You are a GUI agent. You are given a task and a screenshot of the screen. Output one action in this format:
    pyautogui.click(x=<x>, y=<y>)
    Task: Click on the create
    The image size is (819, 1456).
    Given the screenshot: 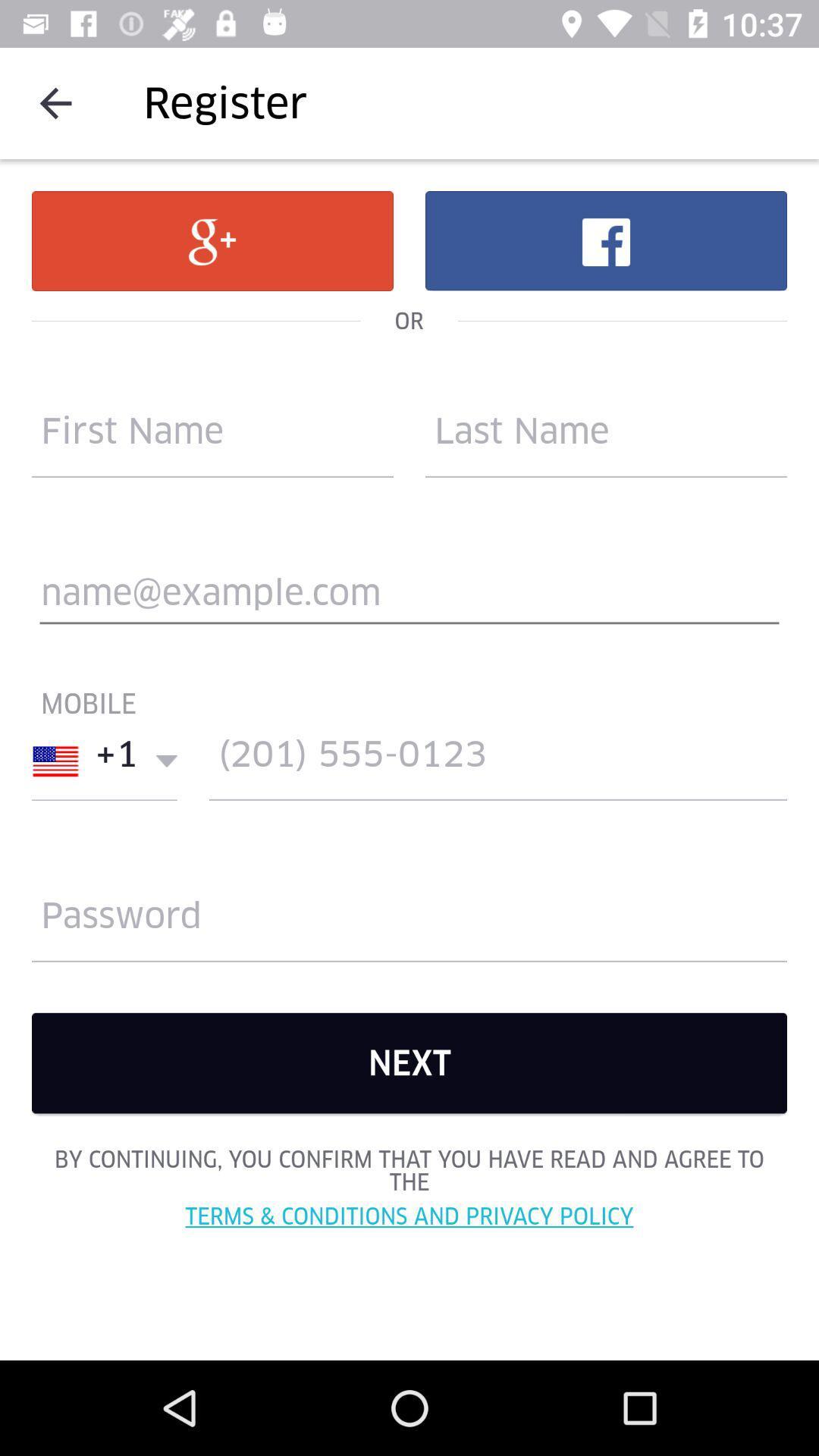 What is the action you would take?
    pyautogui.click(x=497, y=761)
    